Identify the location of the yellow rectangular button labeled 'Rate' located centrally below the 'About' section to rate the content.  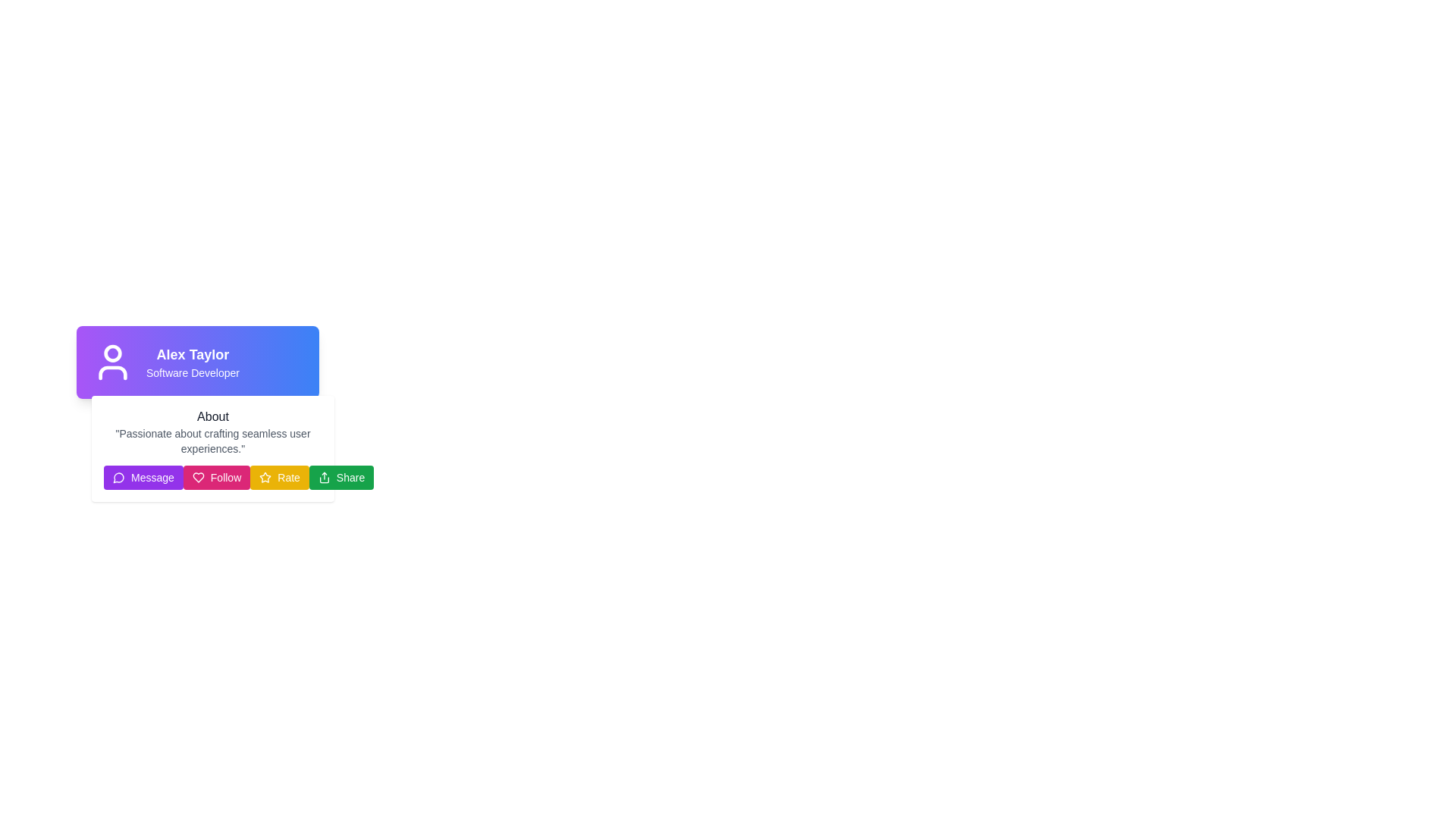
(280, 476).